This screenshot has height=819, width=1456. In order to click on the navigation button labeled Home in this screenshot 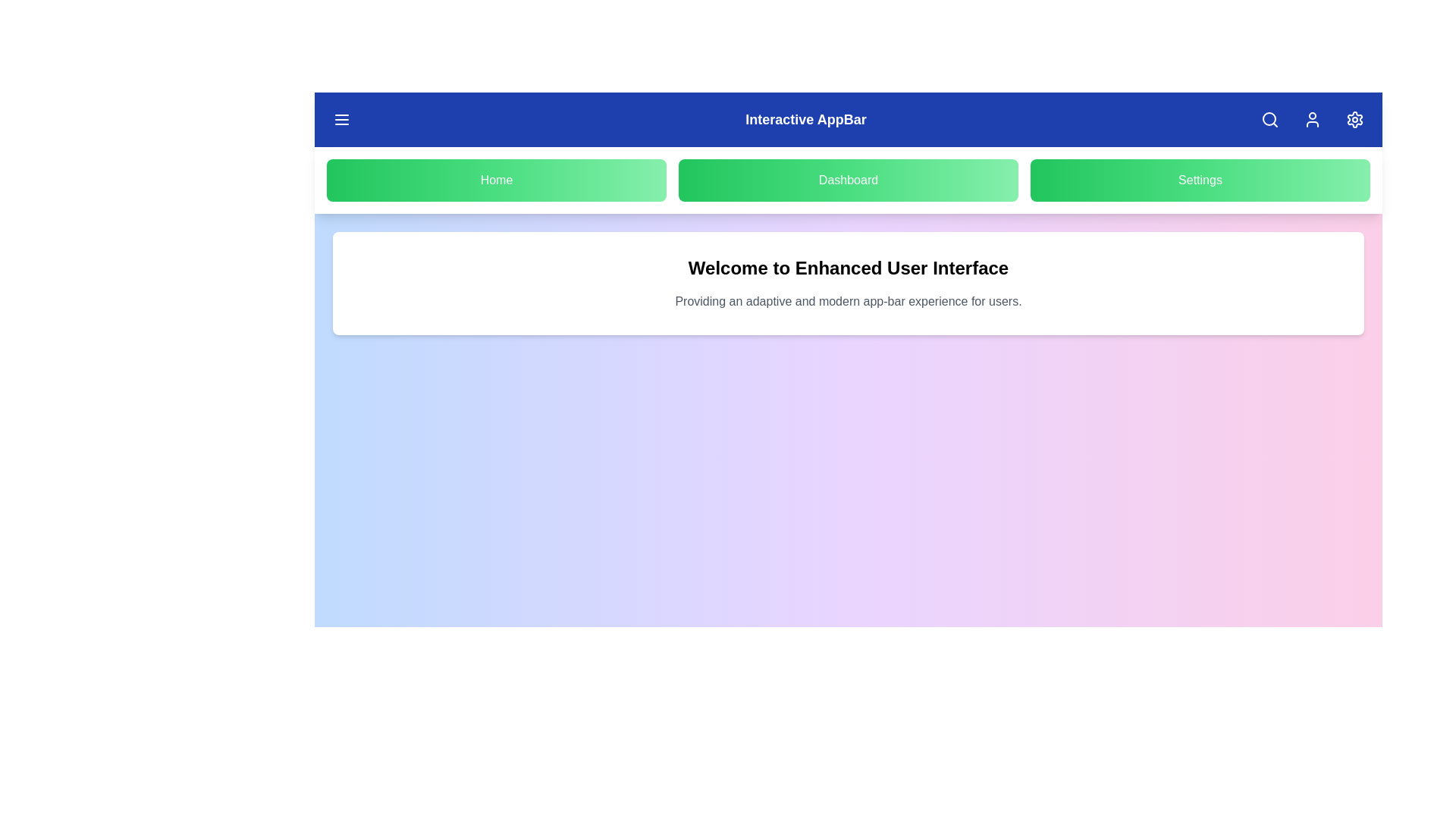, I will do `click(496, 180)`.